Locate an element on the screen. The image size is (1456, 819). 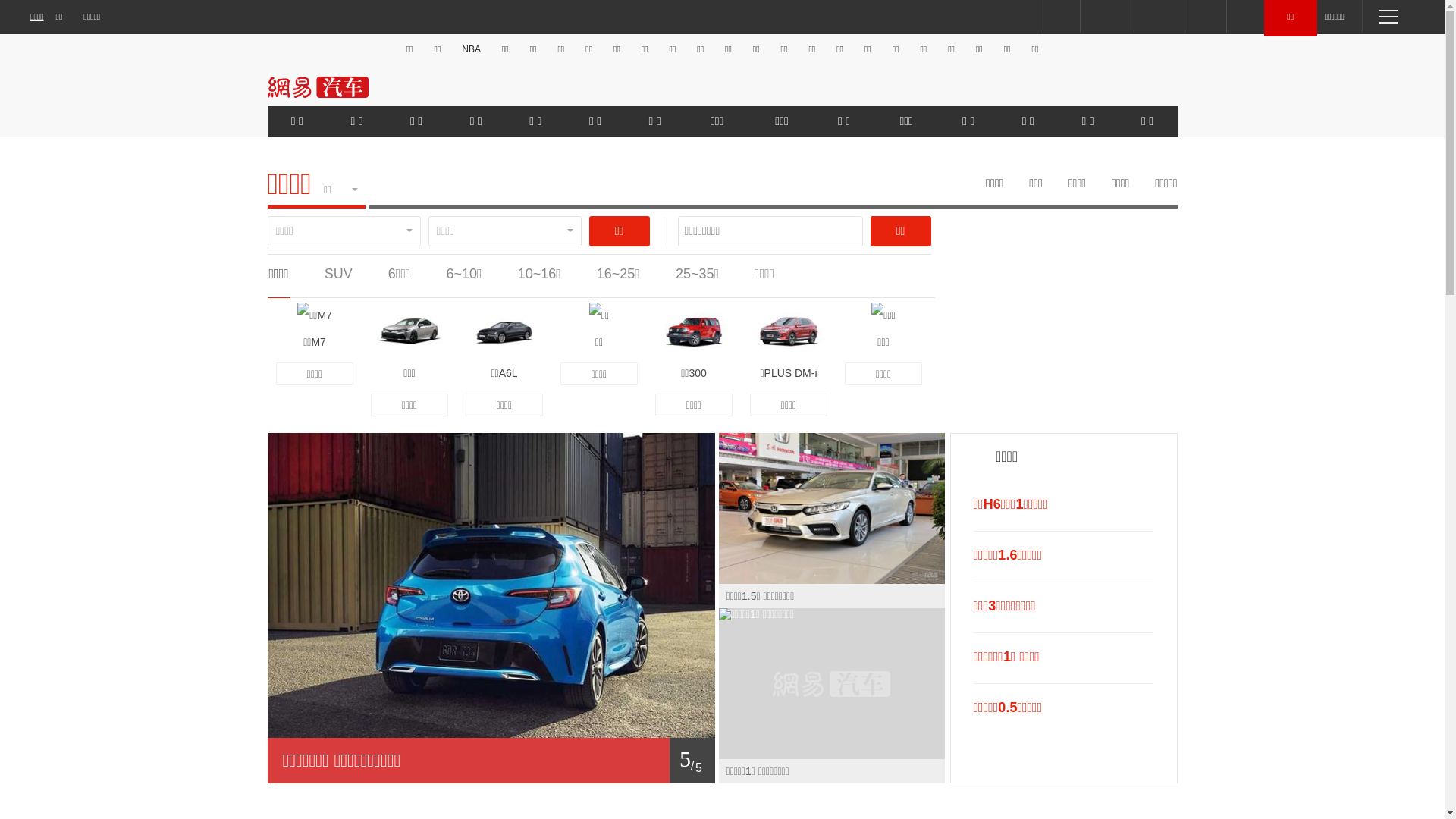
'1/ 5' is located at coordinates (491, 760).